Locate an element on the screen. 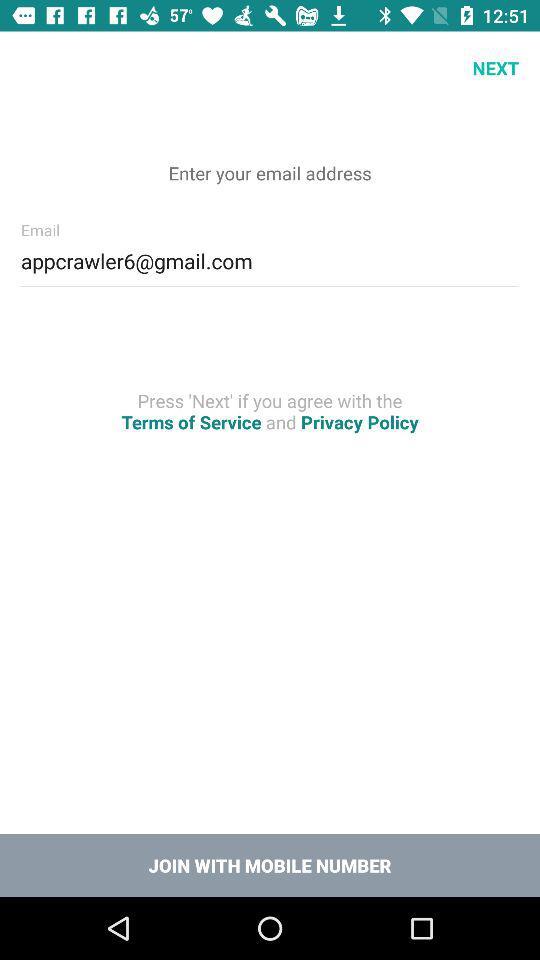  item above join with mobile icon is located at coordinates (270, 410).